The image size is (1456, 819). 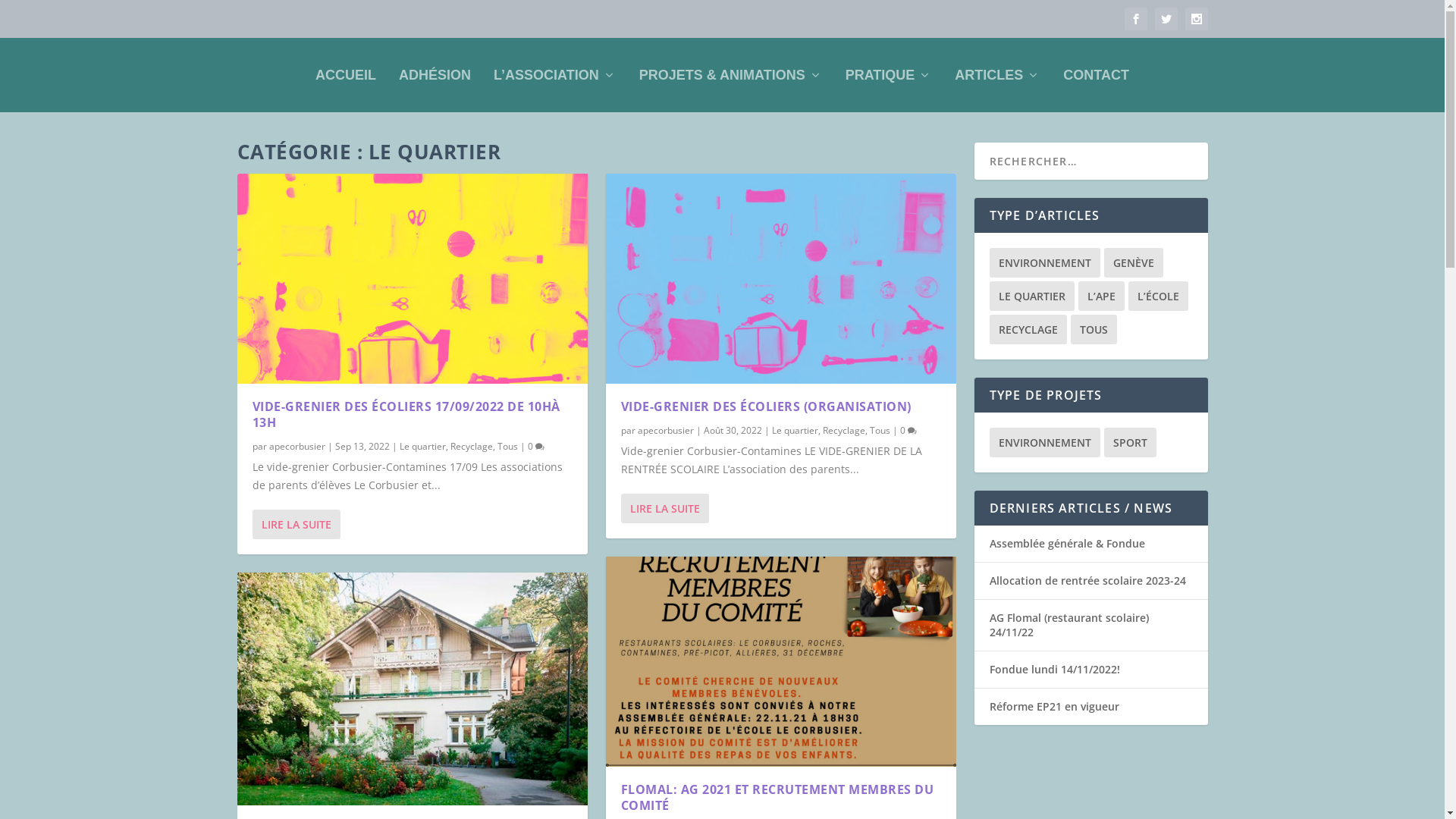 What do you see at coordinates (620, 508) in the screenshot?
I see `'LIRE LA SUITE'` at bounding box center [620, 508].